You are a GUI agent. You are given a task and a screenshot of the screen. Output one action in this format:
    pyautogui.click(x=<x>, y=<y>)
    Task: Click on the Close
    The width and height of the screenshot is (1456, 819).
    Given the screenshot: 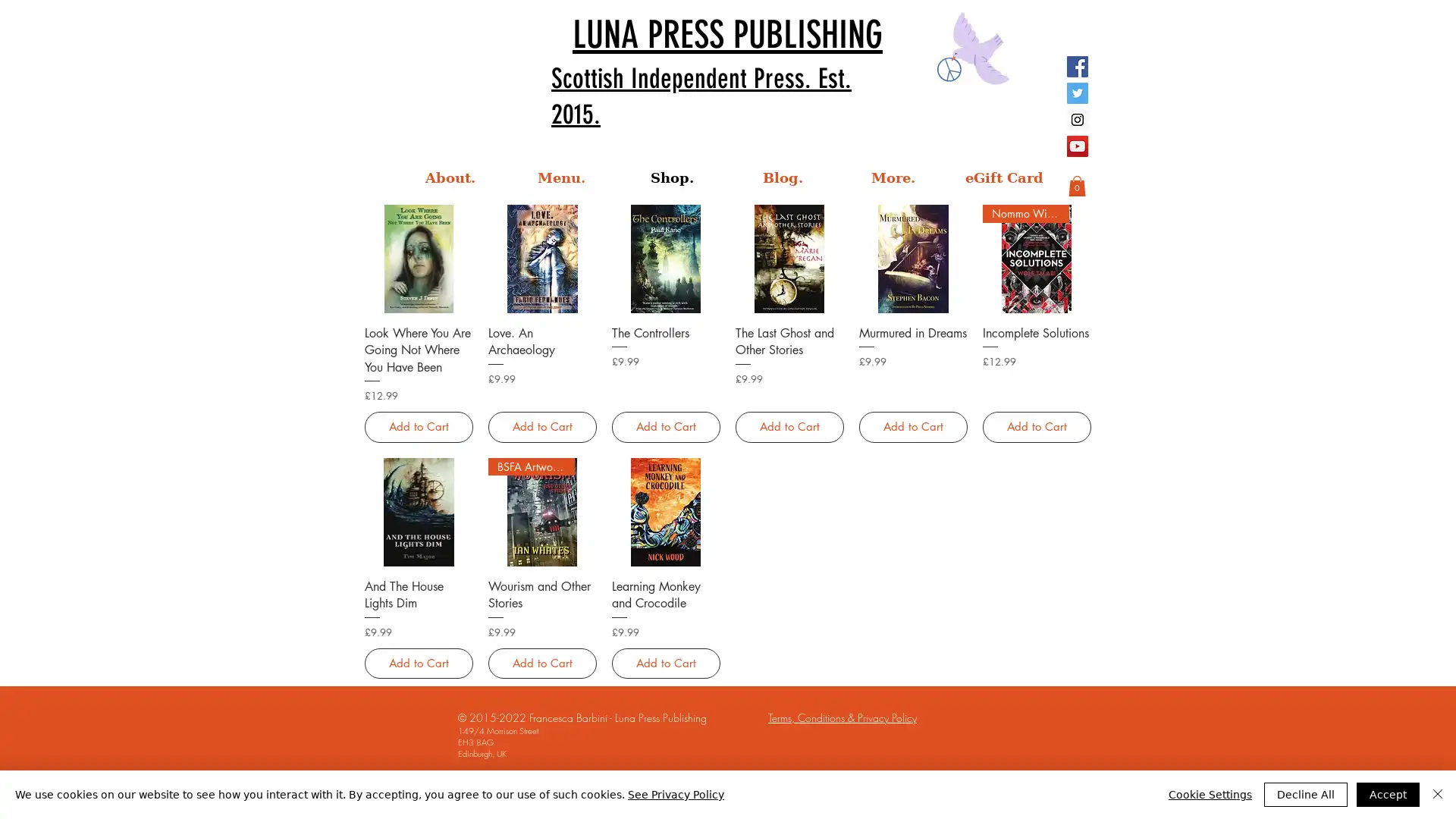 What is the action you would take?
    pyautogui.click(x=1437, y=794)
    